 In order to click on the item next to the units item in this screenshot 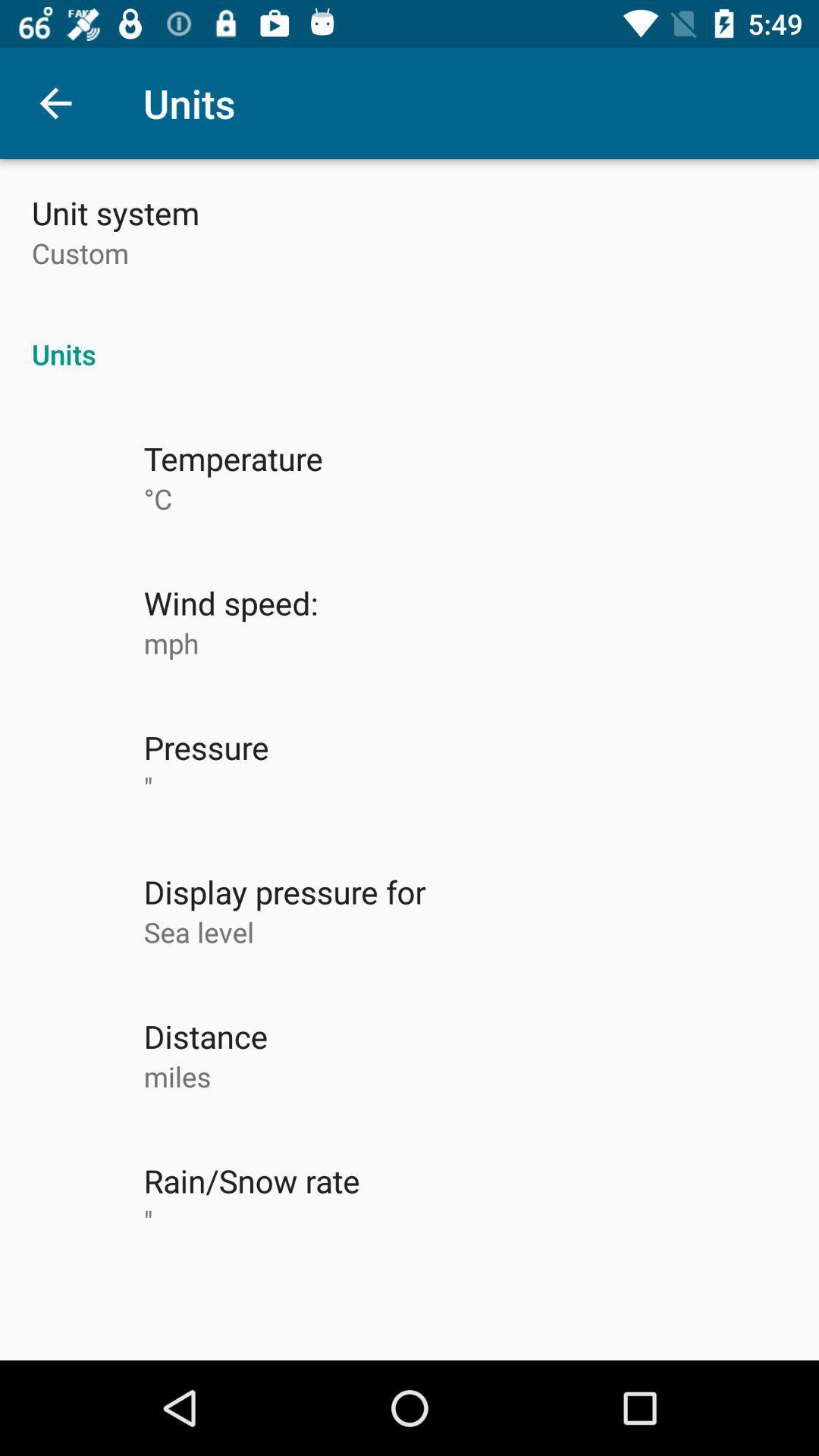, I will do `click(55, 102)`.